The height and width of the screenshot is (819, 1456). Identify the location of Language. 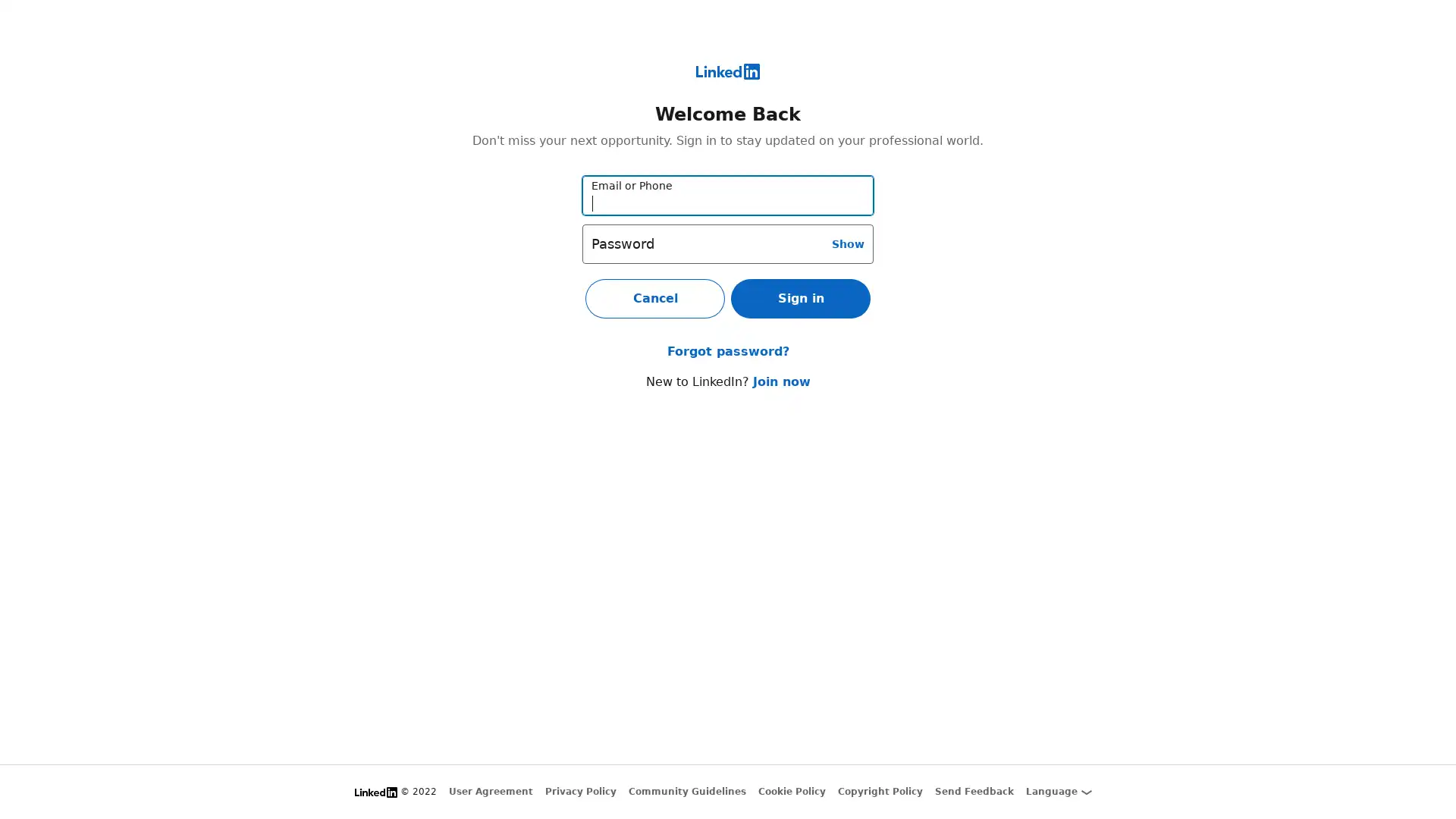
(1058, 791).